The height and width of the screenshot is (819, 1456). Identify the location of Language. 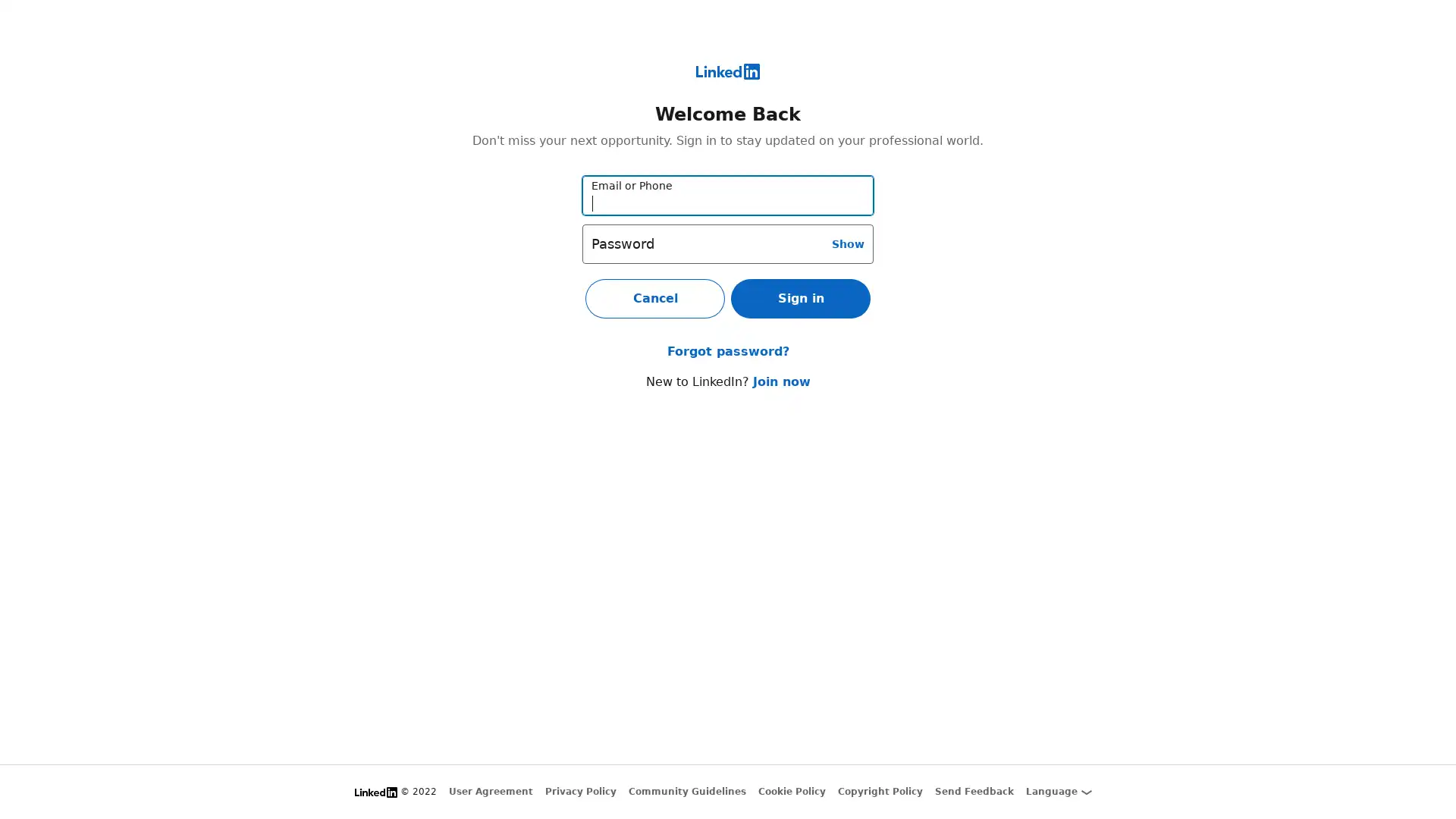
(1058, 791).